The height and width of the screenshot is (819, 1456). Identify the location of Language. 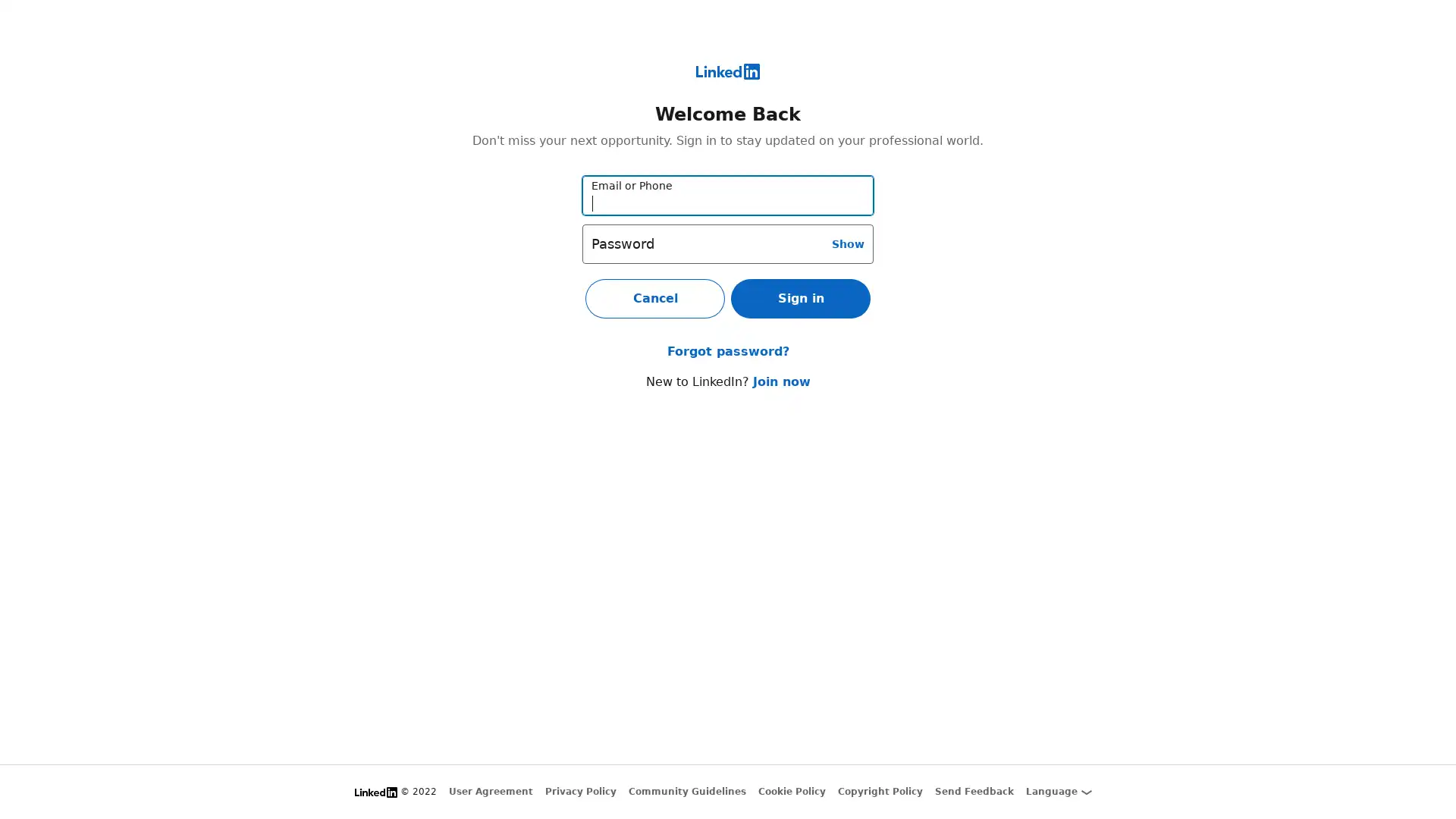
(1058, 791).